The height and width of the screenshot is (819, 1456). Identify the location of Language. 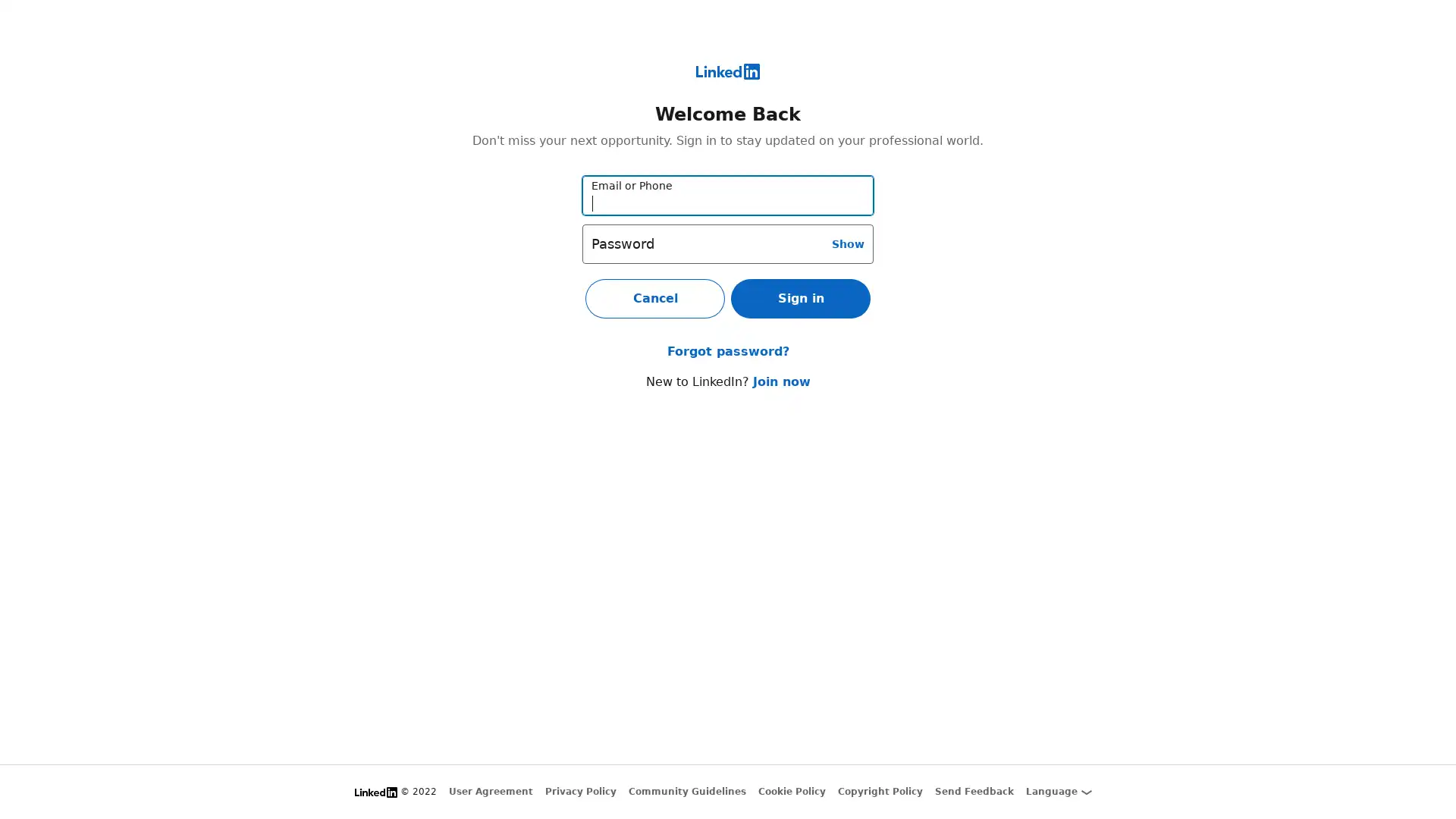
(1058, 791).